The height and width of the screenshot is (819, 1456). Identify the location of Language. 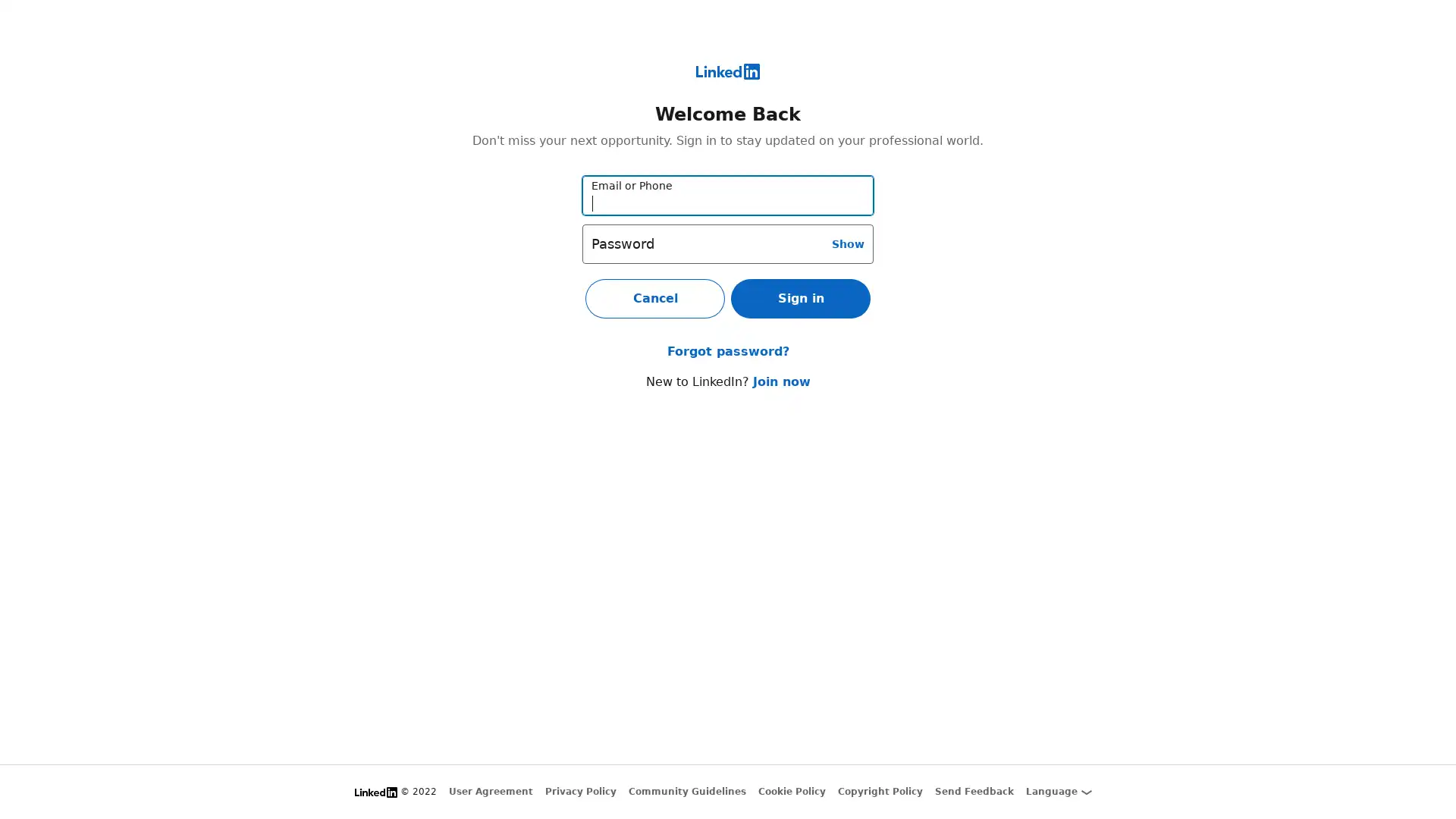
(1058, 791).